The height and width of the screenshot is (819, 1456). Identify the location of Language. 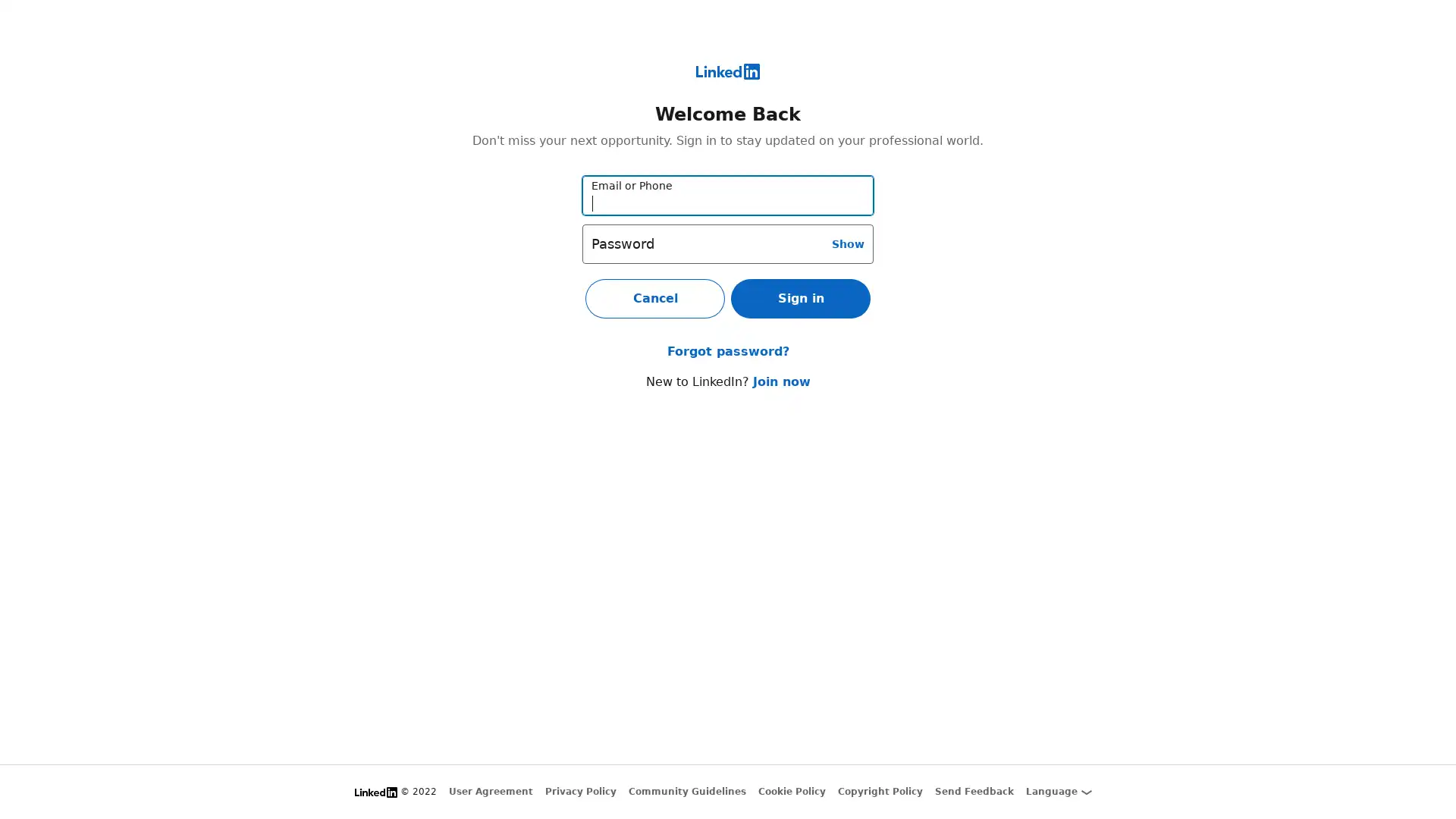
(1058, 791).